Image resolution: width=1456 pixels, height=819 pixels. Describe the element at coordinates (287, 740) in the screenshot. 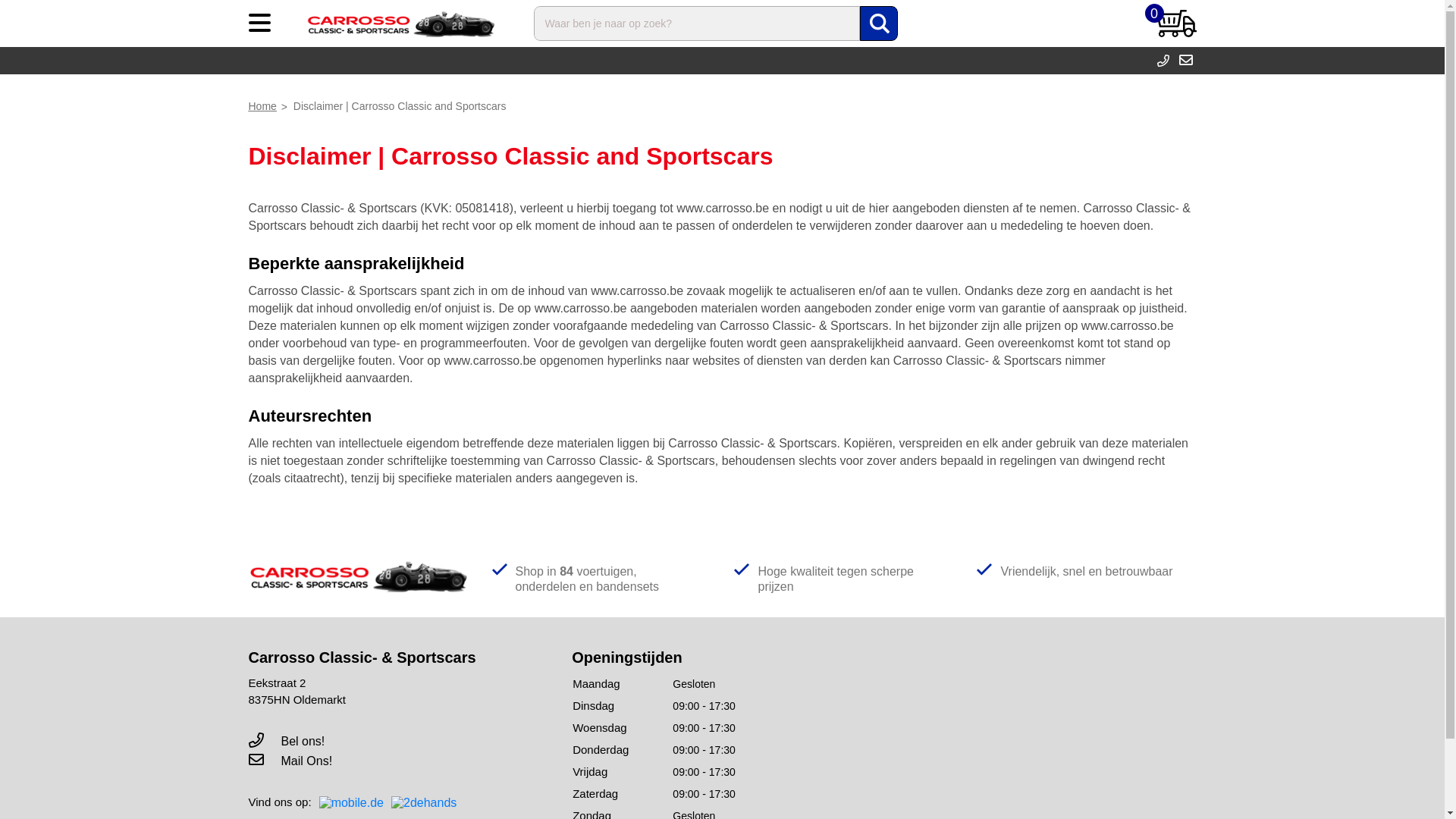

I see `'    Bel ons!'` at that location.